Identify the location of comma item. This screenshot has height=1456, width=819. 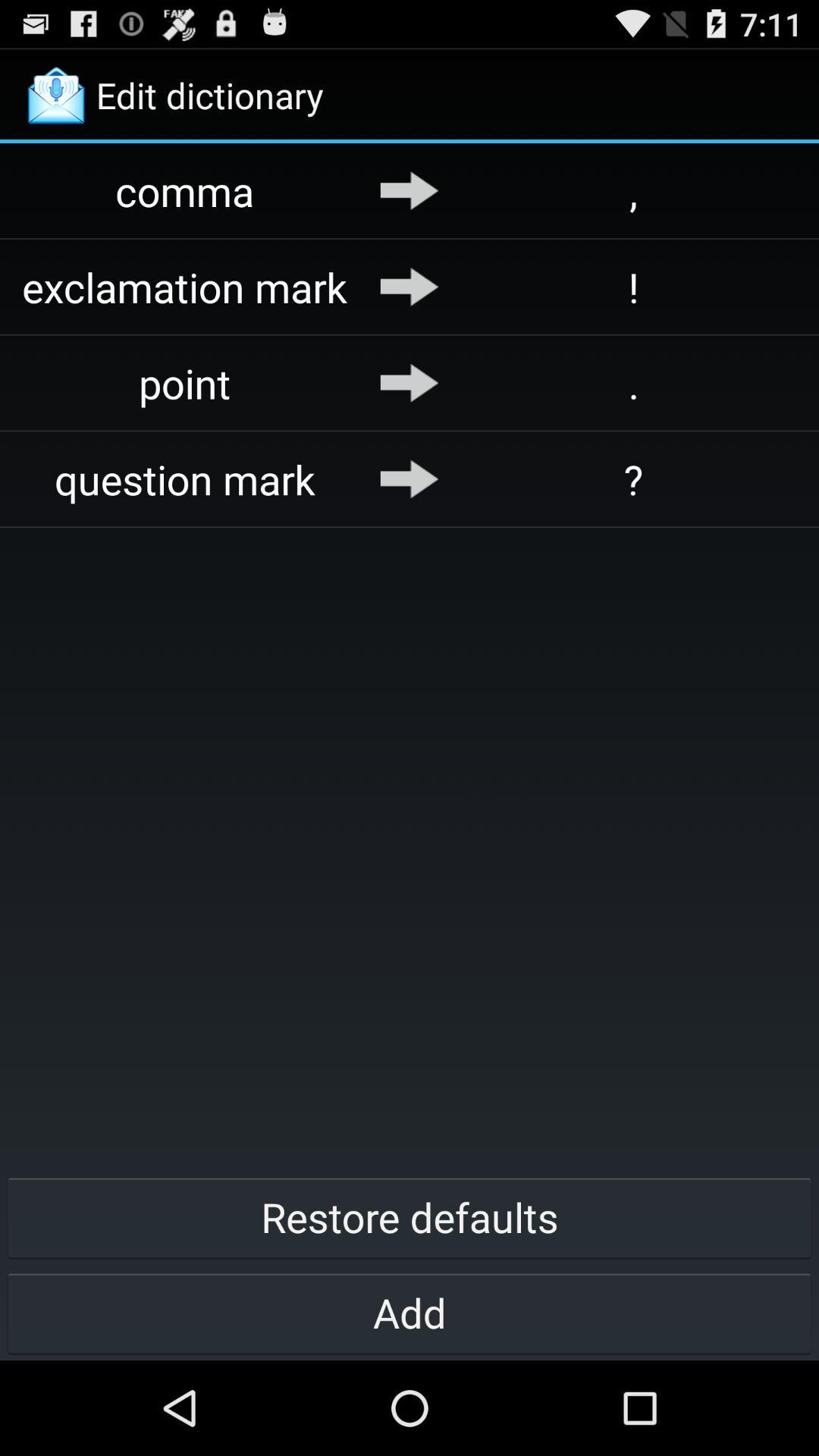
(184, 190).